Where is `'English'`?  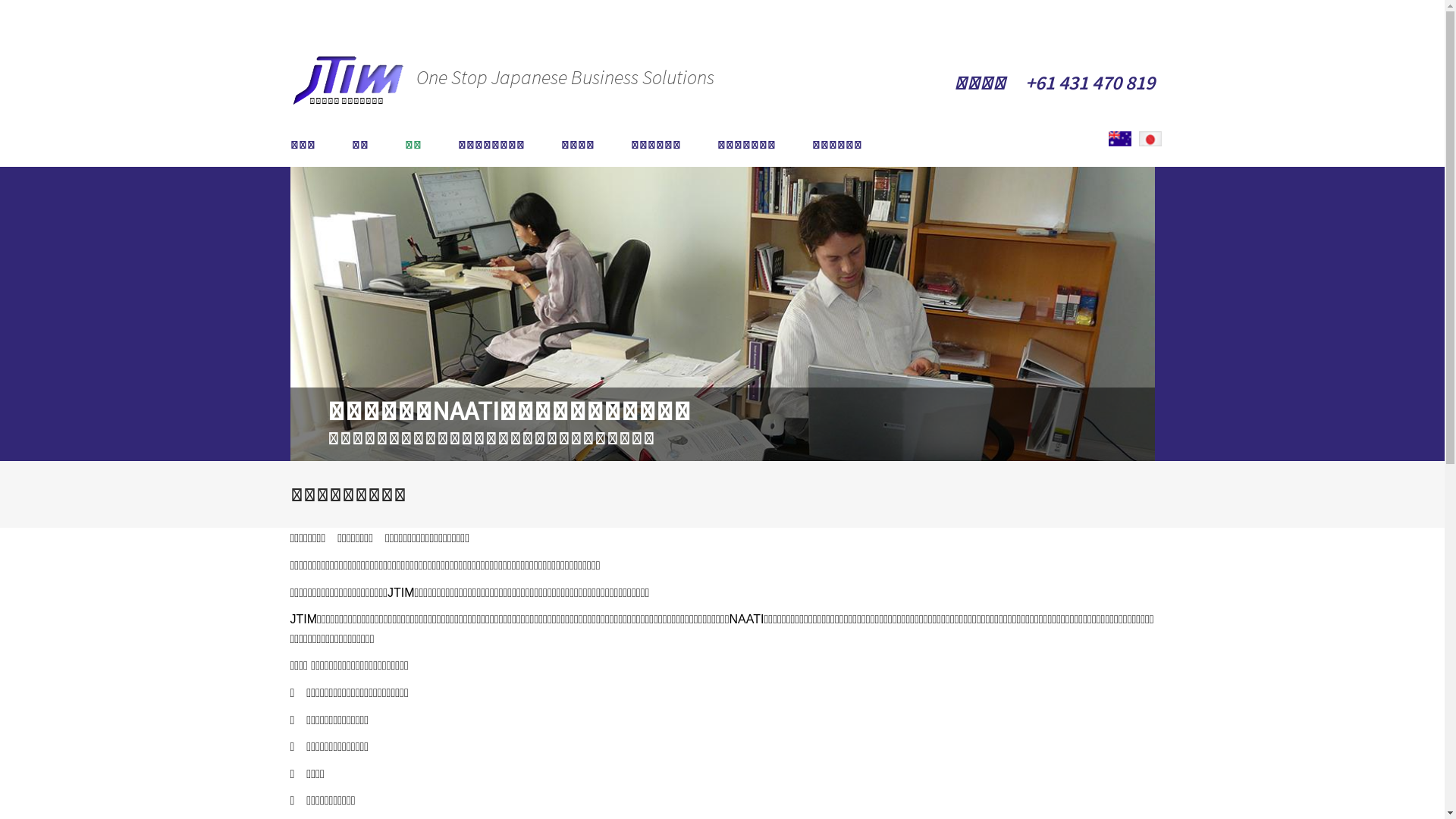 'English' is located at coordinates (1120, 138).